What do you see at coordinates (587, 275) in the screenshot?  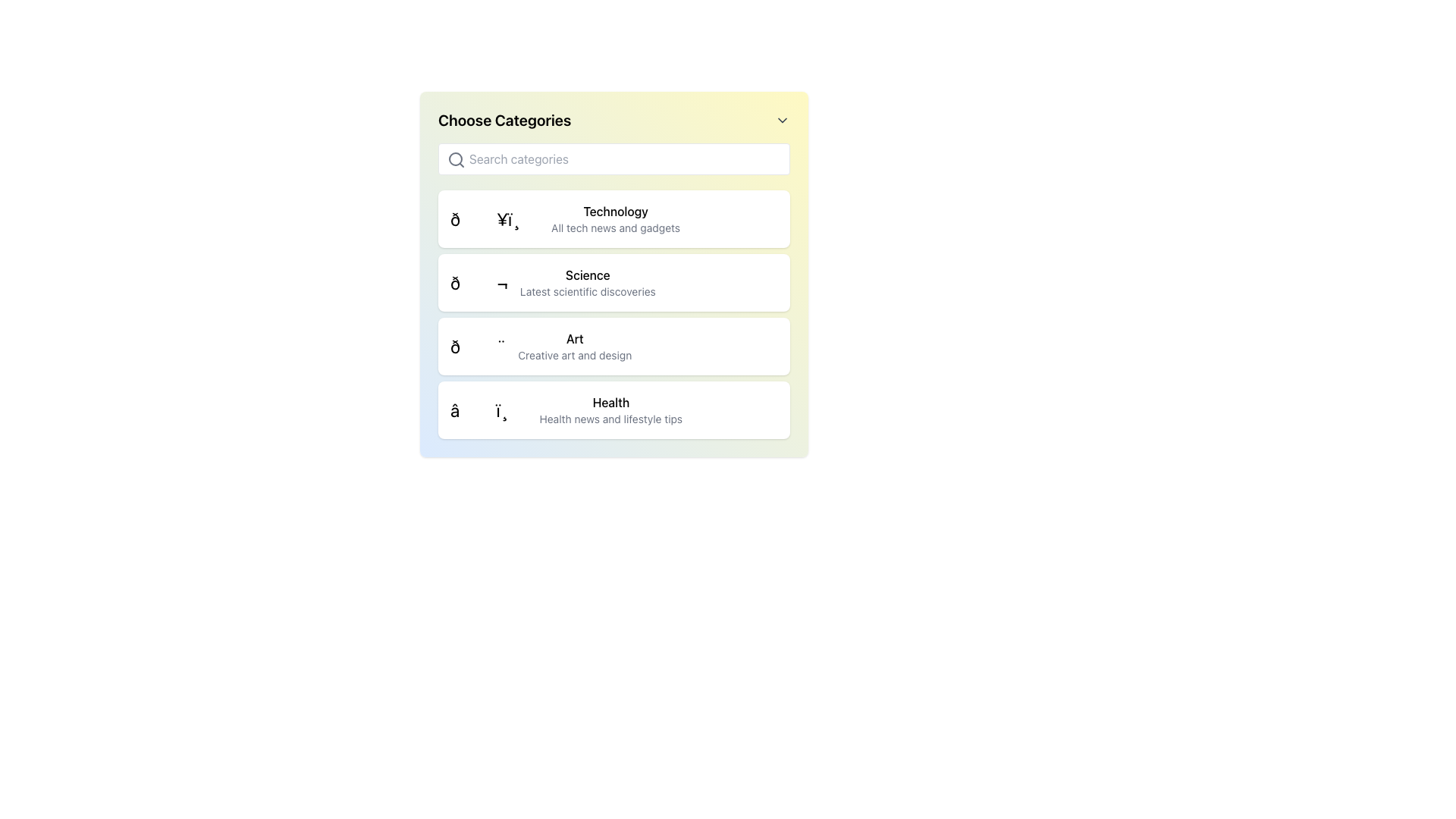 I see `the 'Science' Text Label, which is displayed in medium bold black text above the descriptor 'Latest scientific discoveries' within the second list item of the categories under 'Choose Categories'` at bounding box center [587, 275].